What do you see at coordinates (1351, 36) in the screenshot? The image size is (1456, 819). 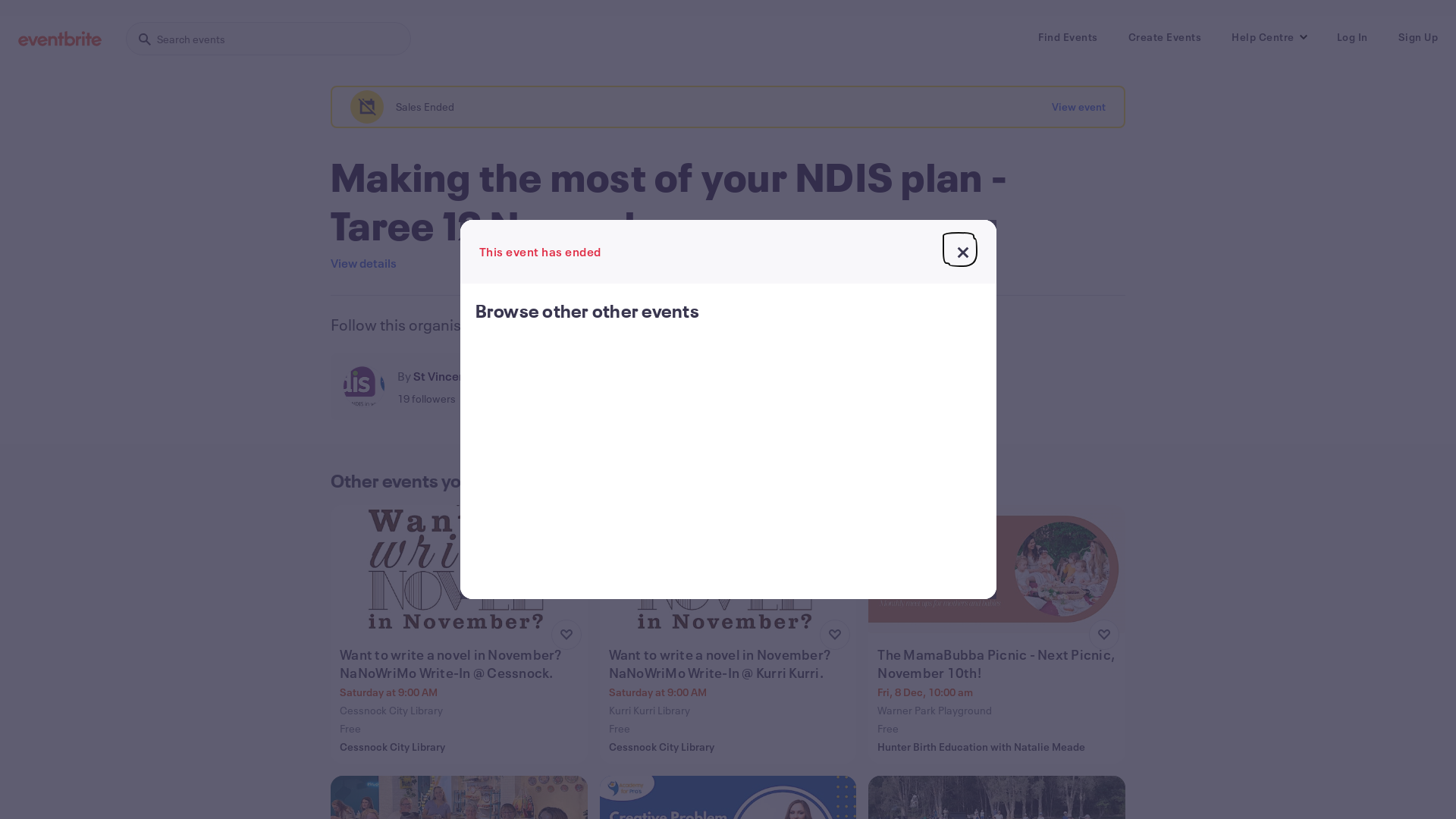 I see `'Log In'` at bounding box center [1351, 36].